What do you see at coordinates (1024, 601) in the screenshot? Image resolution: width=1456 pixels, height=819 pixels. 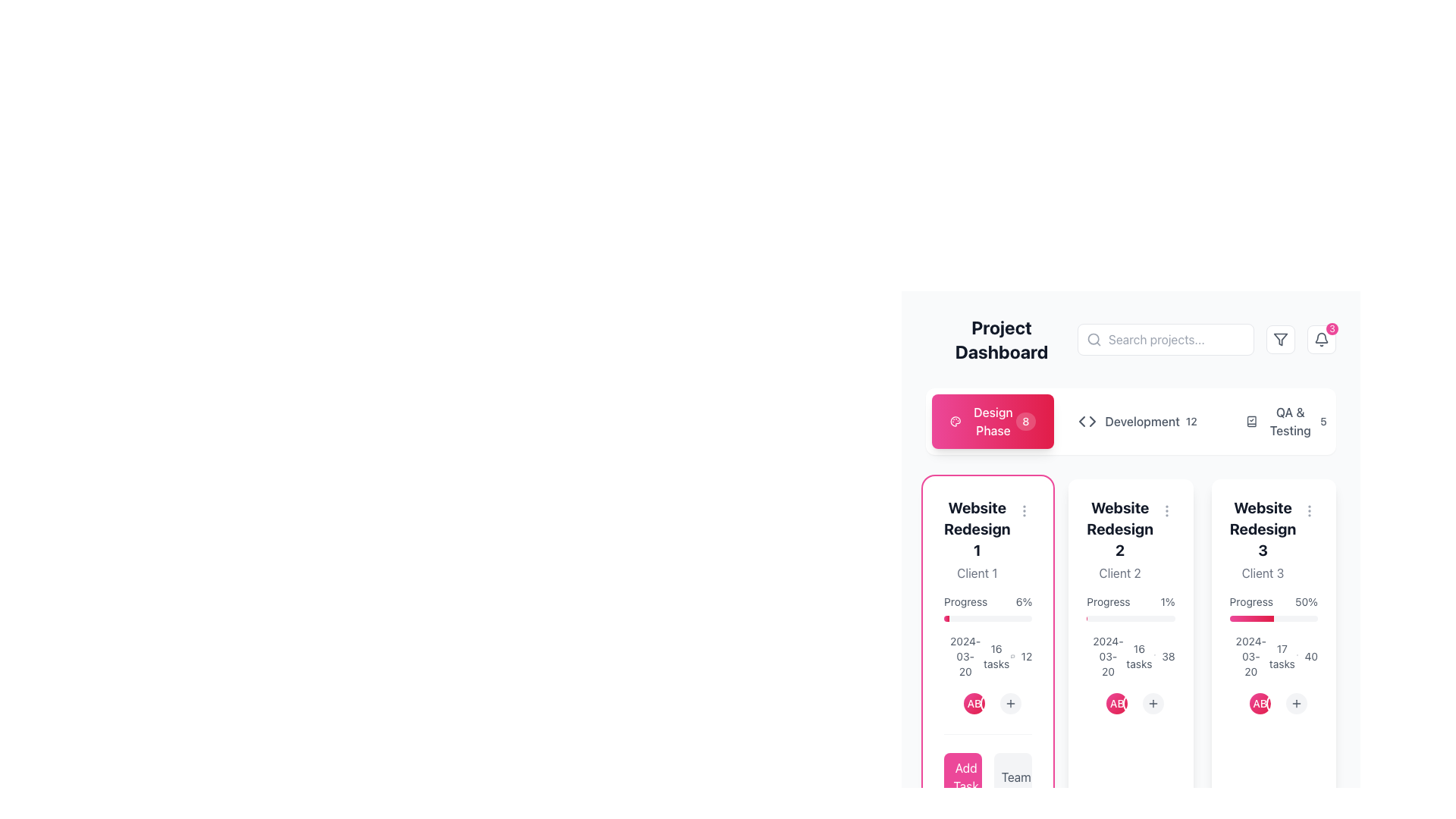 I see `the text display that shows the numeric percentage of progress completed, located next to the 'Progress' label in the 'Website Redesign 1' card` at bounding box center [1024, 601].